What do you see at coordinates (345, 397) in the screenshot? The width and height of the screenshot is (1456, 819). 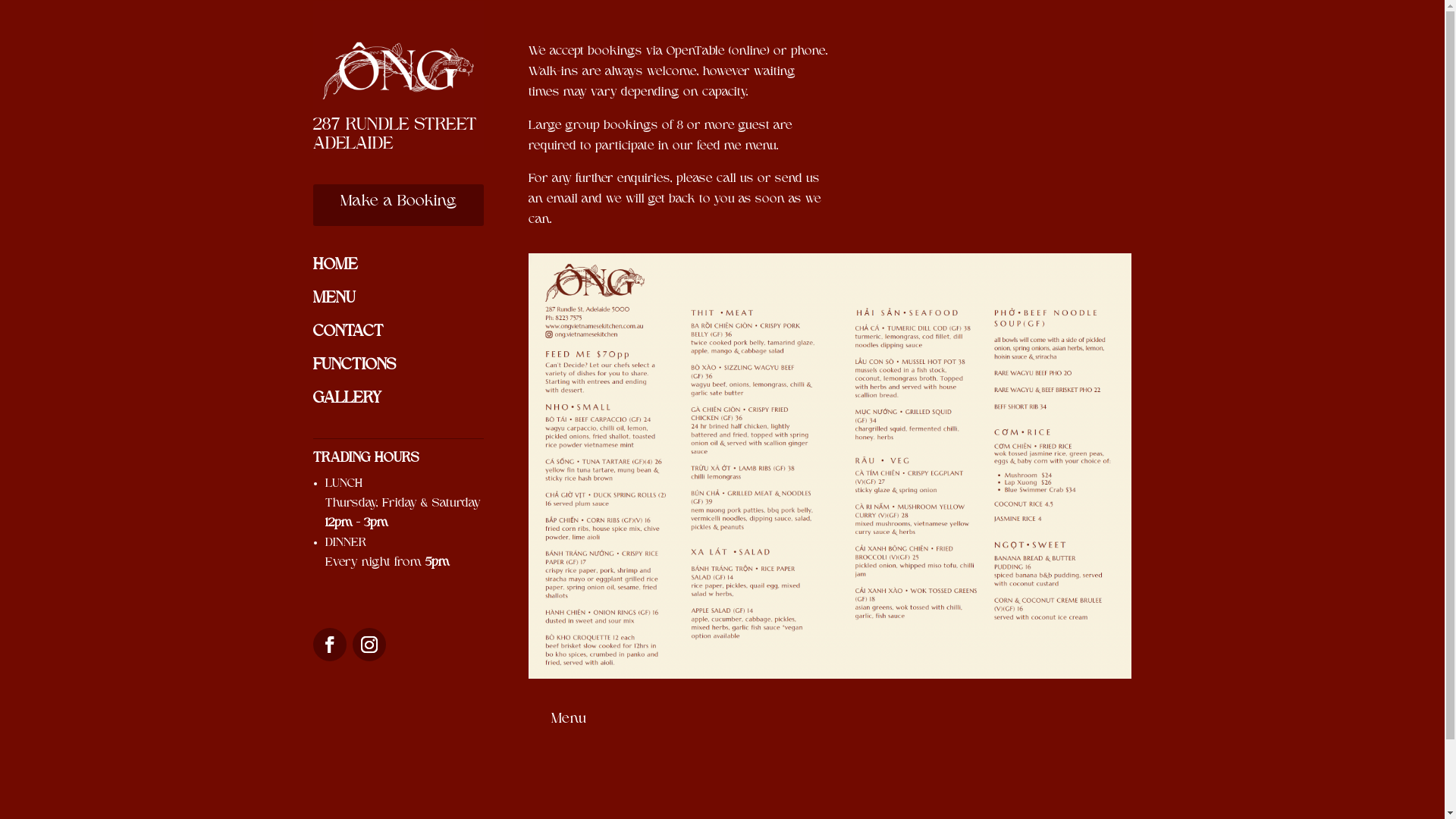 I see `'GALLERY'` at bounding box center [345, 397].